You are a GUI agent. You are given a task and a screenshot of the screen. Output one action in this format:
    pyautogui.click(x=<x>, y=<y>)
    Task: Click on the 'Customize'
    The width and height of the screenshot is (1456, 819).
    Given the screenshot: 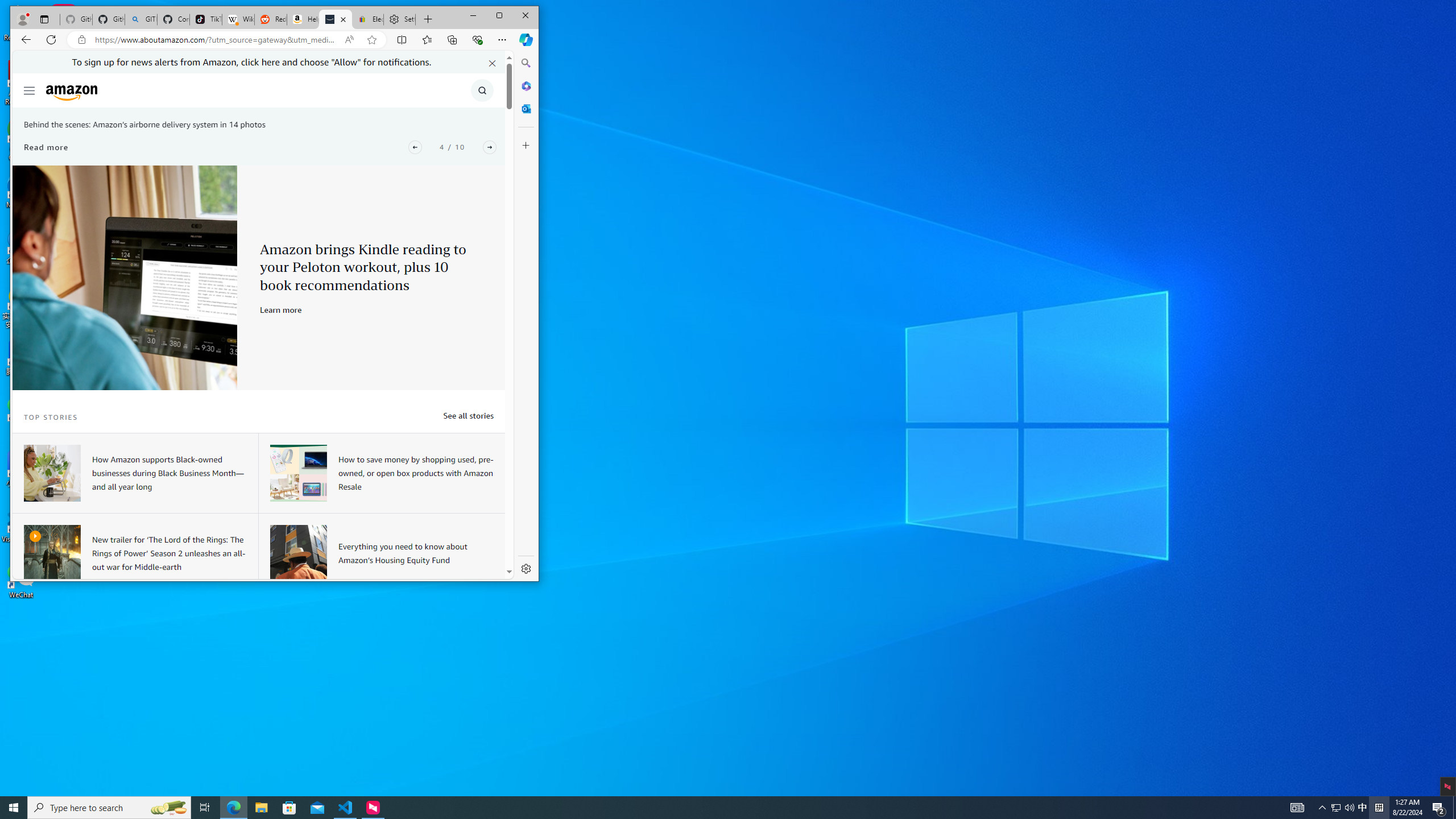 What is the action you would take?
    pyautogui.click(x=526, y=144)
    